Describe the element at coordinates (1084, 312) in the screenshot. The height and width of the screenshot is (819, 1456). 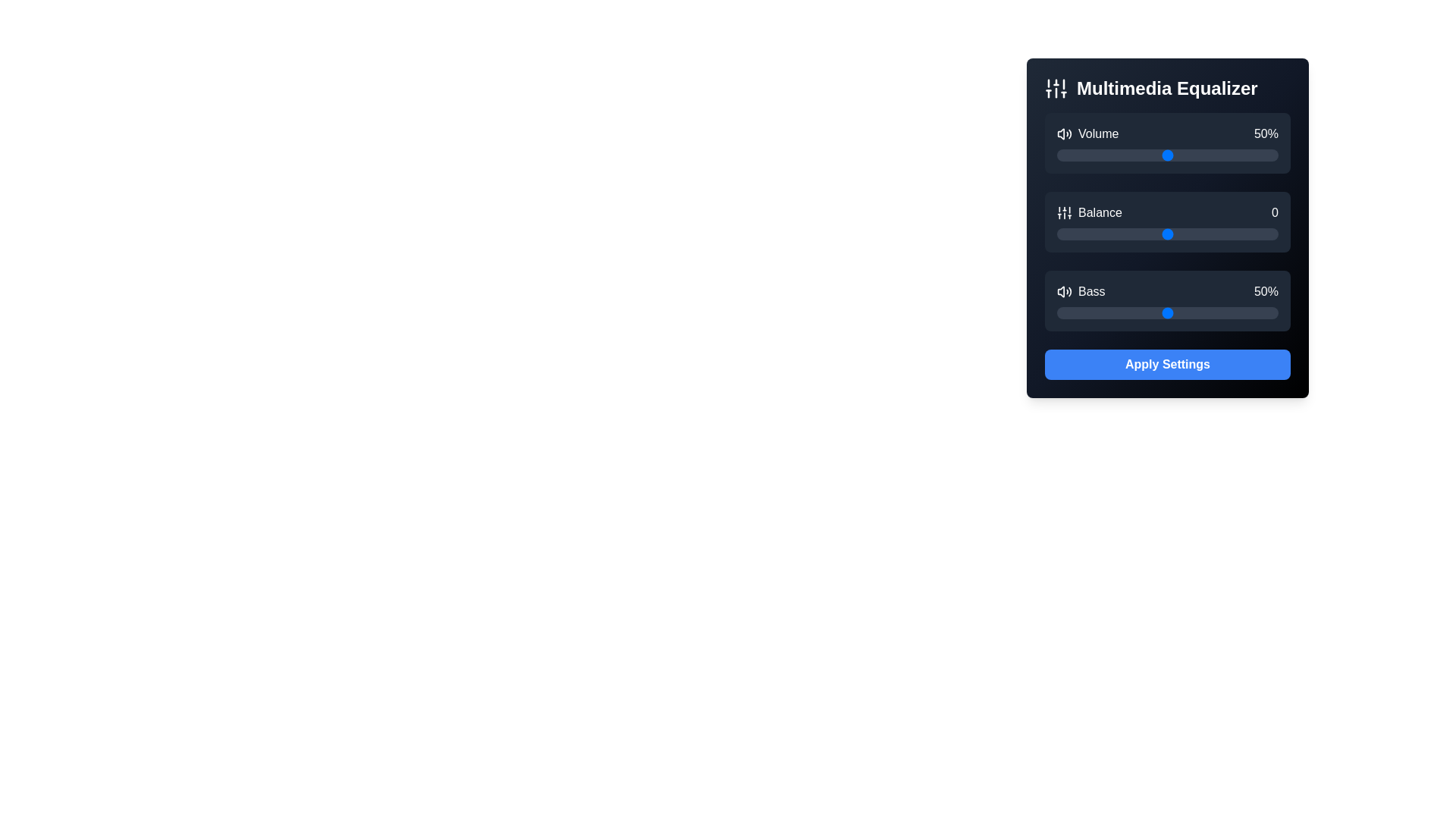
I see `bass level` at that location.